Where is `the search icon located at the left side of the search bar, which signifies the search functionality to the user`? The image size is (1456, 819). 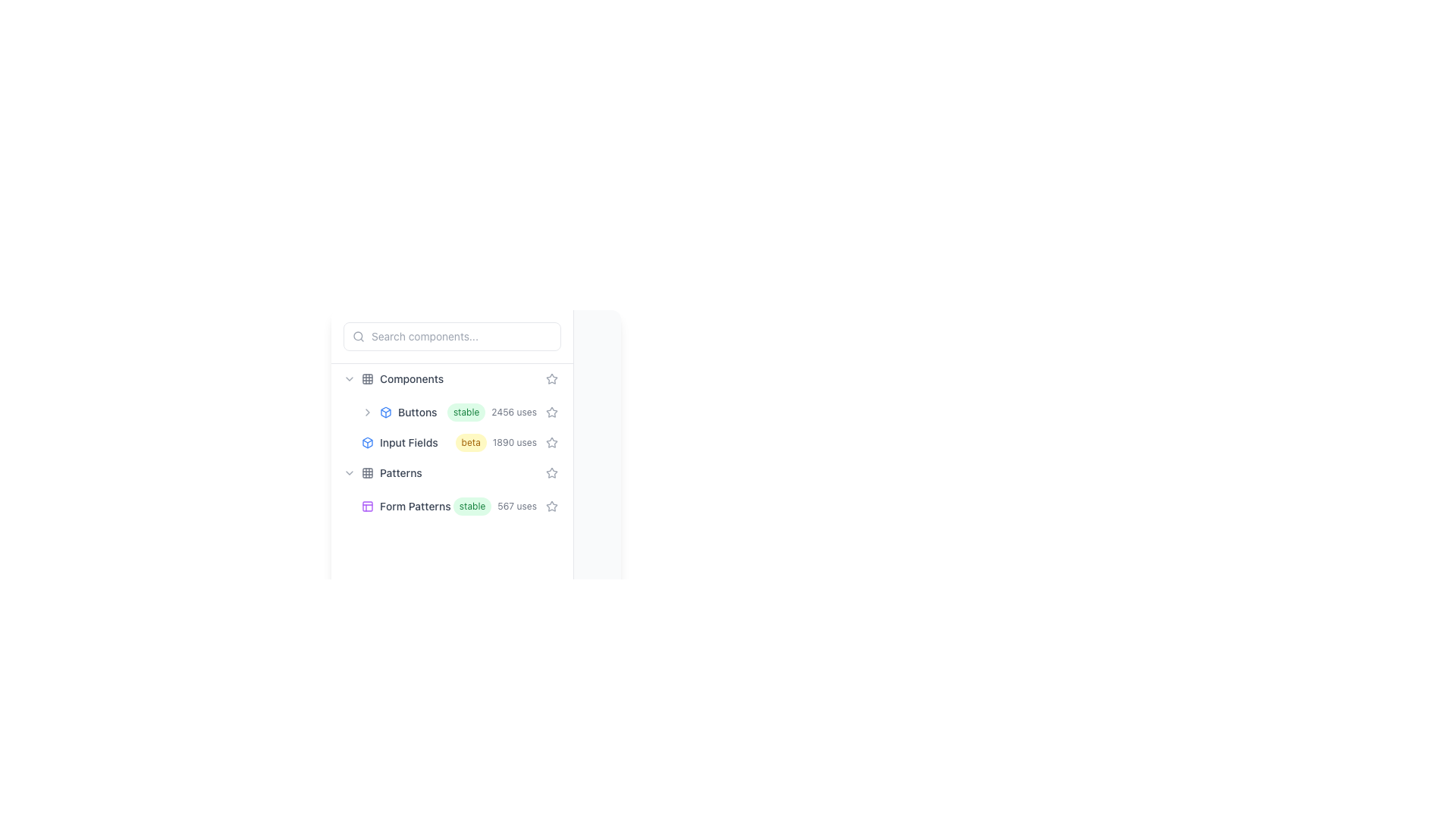 the search icon located at the left side of the search bar, which signifies the search functionality to the user is located at coordinates (358, 335).